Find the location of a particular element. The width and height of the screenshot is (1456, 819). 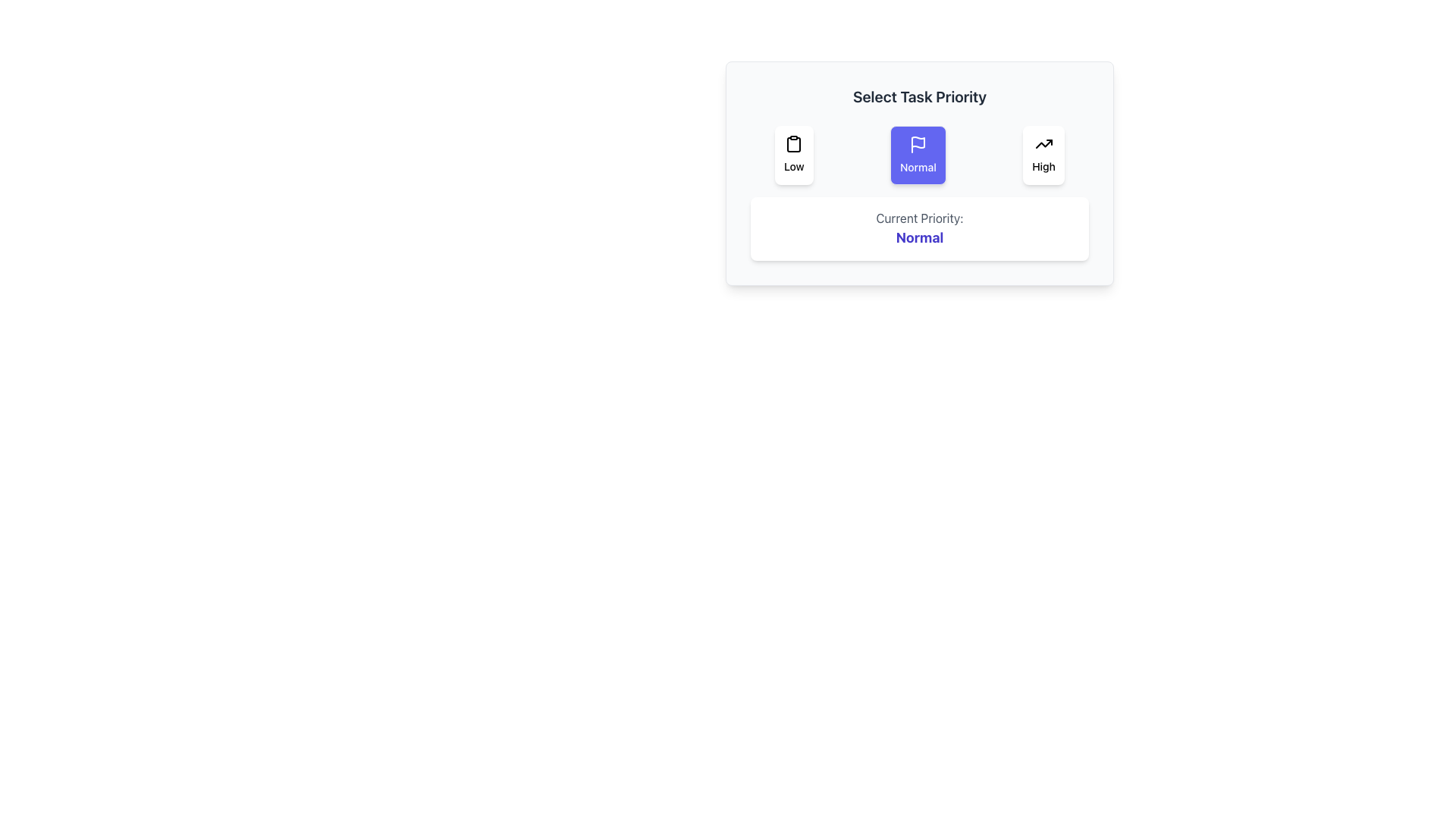

the text label that indicates the current selection within the button, located below a flag icon in the middle of the interface is located at coordinates (917, 167).